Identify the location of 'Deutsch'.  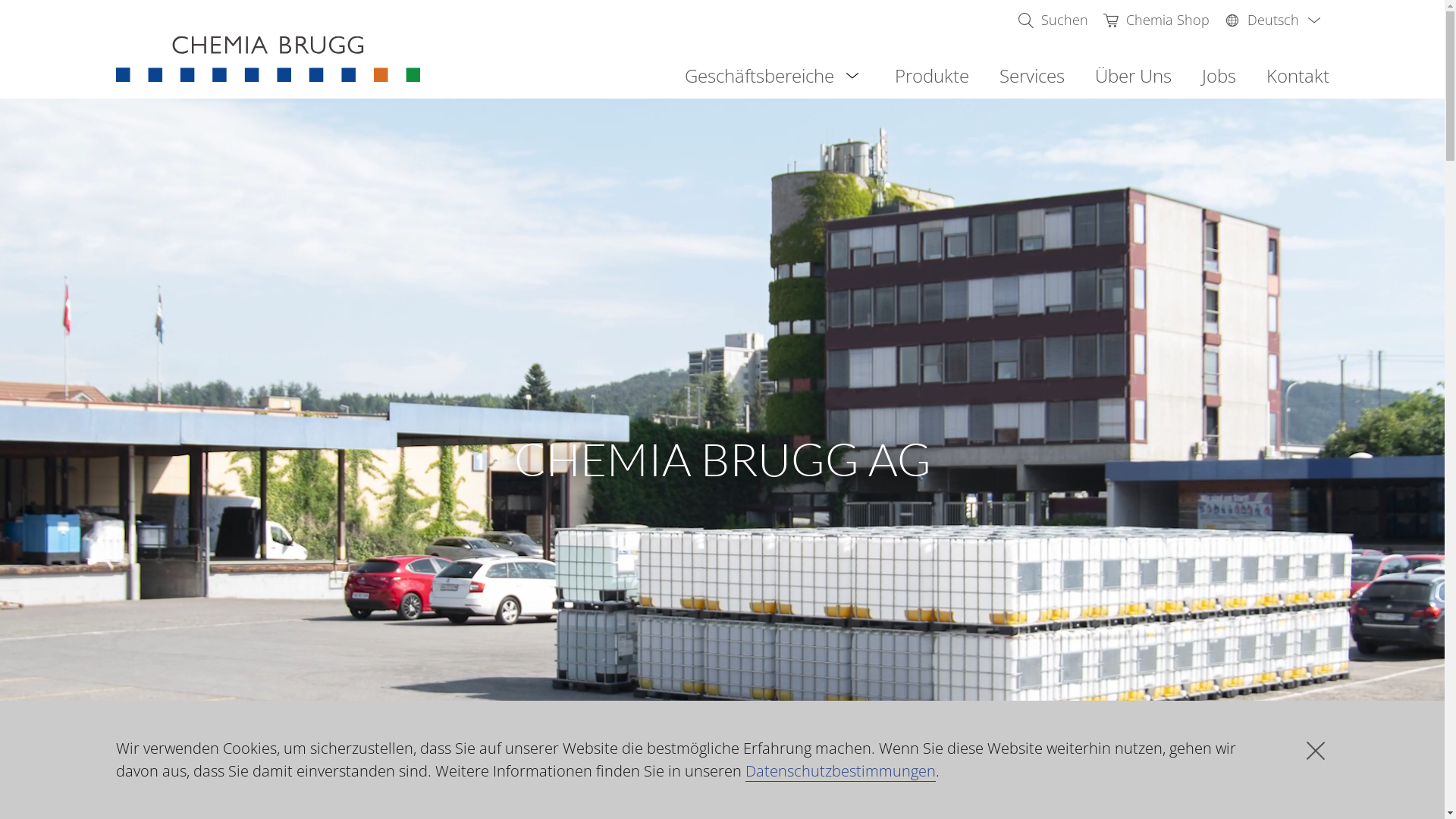
(1276, 20).